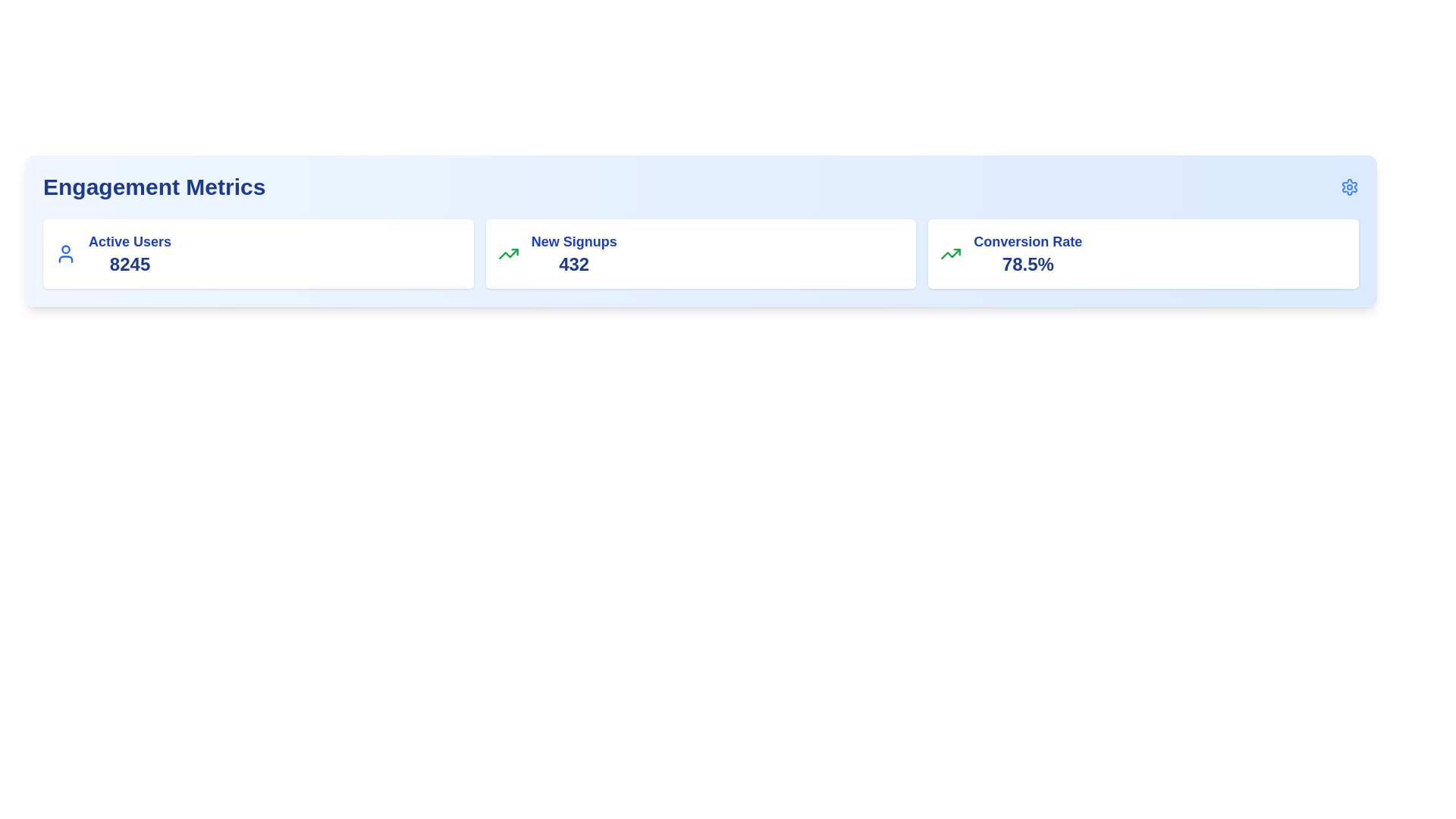 Image resolution: width=1456 pixels, height=819 pixels. Describe the element at coordinates (508, 253) in the screenshot. I see `the upward-trending arrow icon located to the immediate left of the text 'Conversion Rate' in the metrics display panel, which indicates a positive trend in the metric` at that location.